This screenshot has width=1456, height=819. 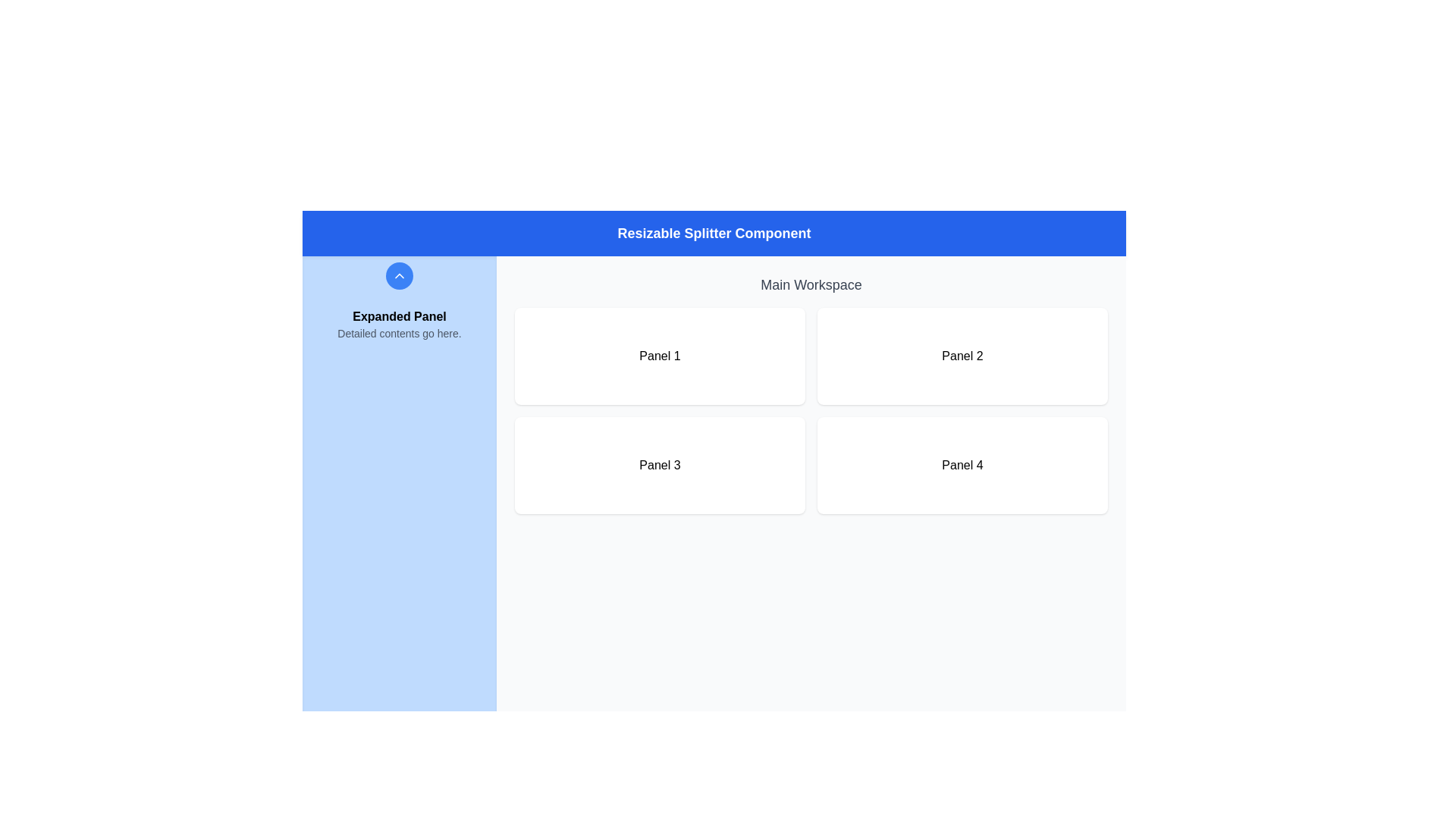 I want to click on rectangular panel with a white background and rounded corners that contains the text 'Panel 4', located in the bottom-right quadrant of the grid layout, so click(x=962, y=464).